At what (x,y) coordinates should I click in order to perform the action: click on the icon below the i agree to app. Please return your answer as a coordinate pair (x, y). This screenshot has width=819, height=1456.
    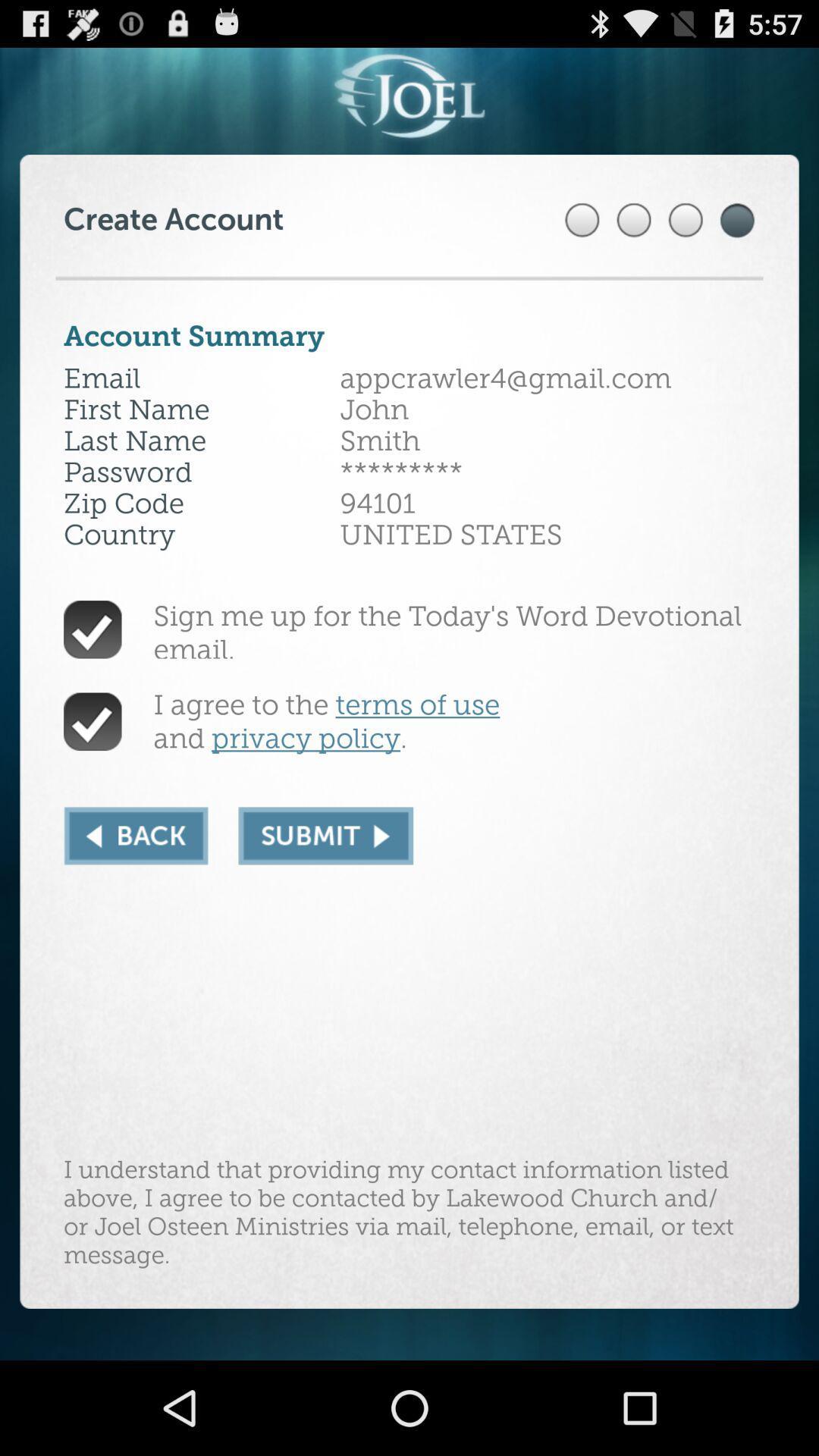
    Looking at the image, I should click on (135, 835).